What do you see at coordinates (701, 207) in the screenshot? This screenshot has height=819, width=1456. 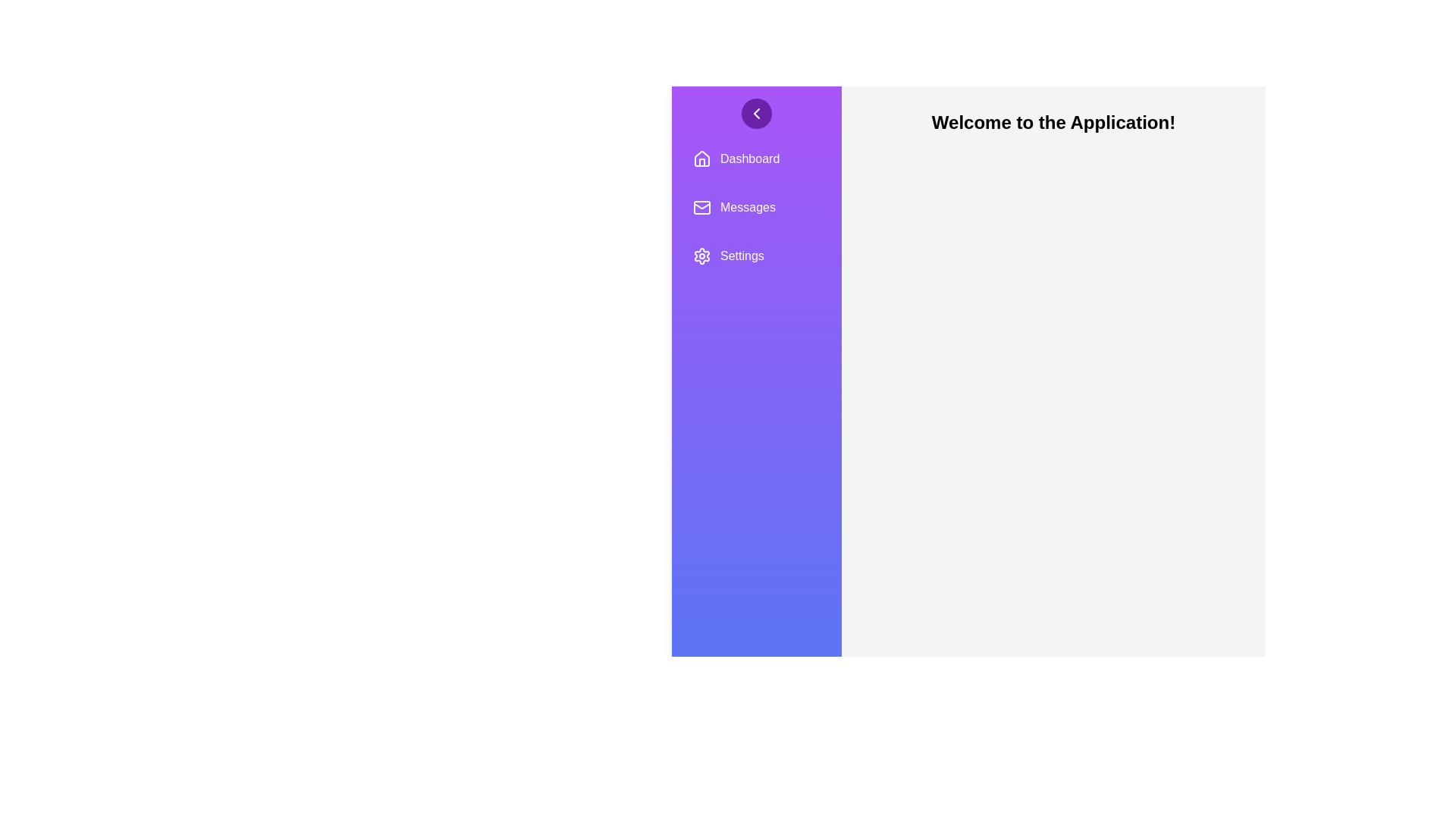 I see `the 'Messages' icon in the side navigation menu, which visually represents the messaging functionality of the application` at bounding box center [701, 207].